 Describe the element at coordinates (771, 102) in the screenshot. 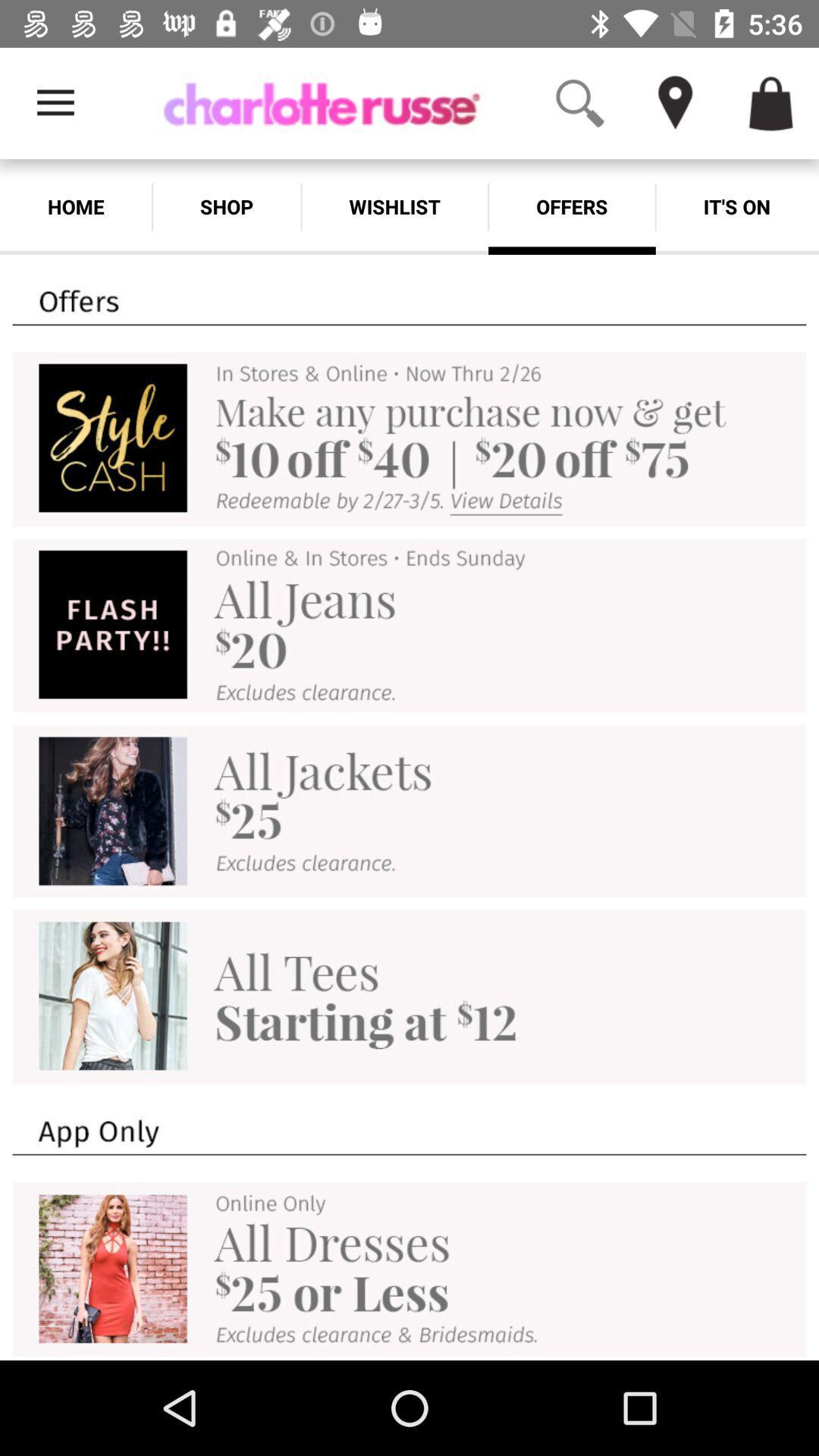

I see `access your cart items you want to purchase` at that location.